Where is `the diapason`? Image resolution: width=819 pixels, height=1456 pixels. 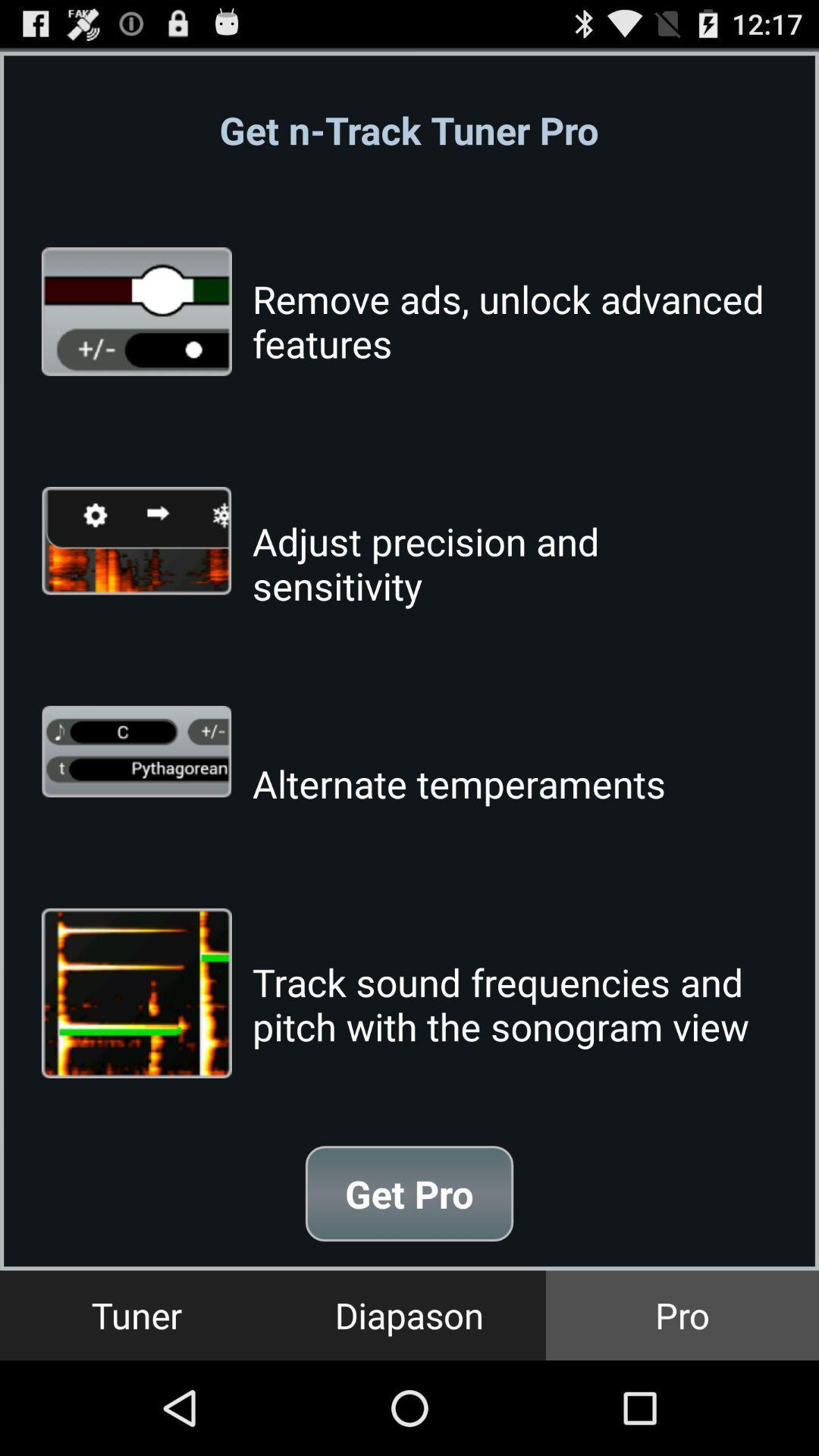
the diapason is located at coordinates (409, 1314).